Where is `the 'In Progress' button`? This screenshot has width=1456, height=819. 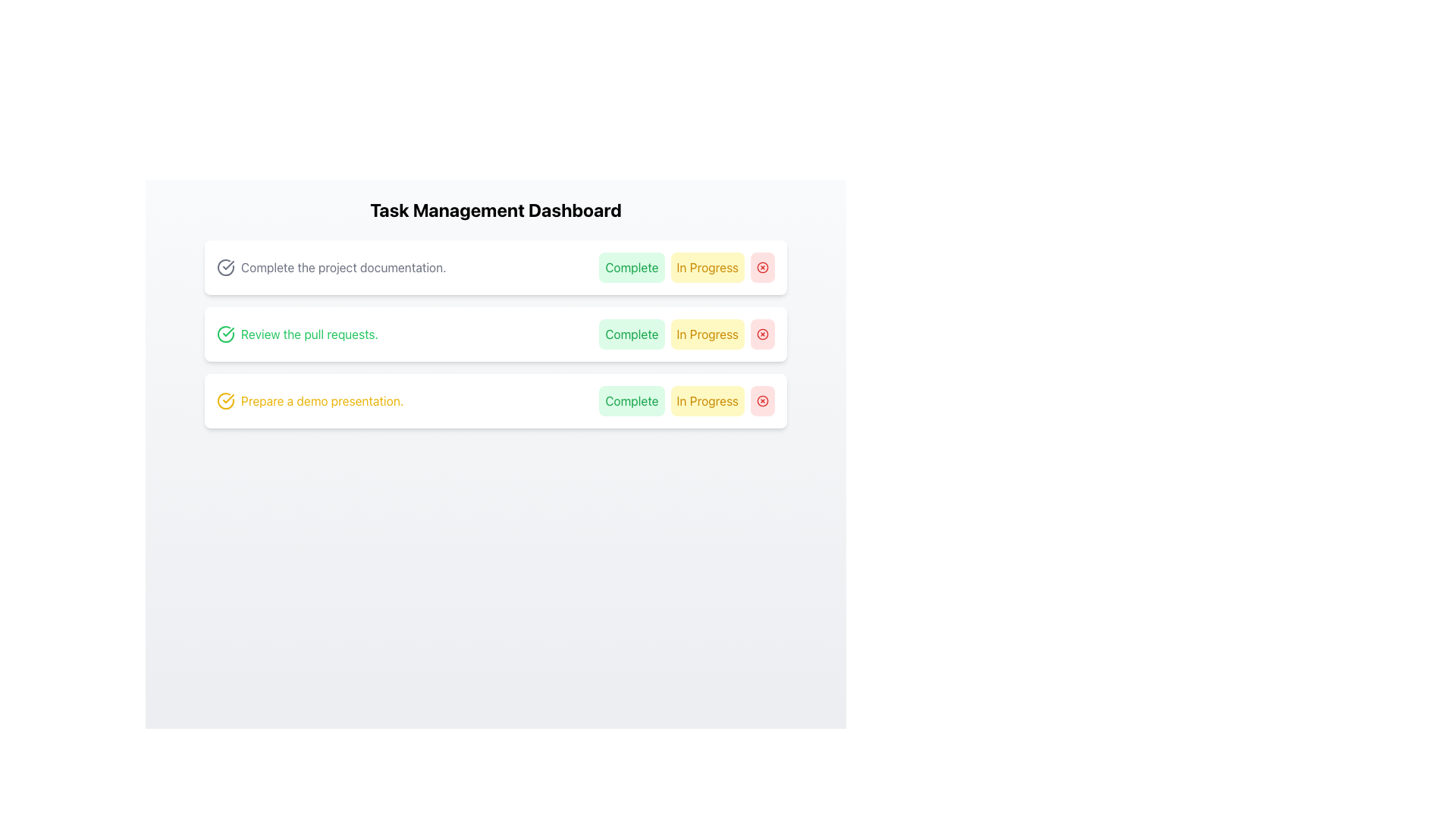 the 'In Progress' button is located at coordinates (707, 333).